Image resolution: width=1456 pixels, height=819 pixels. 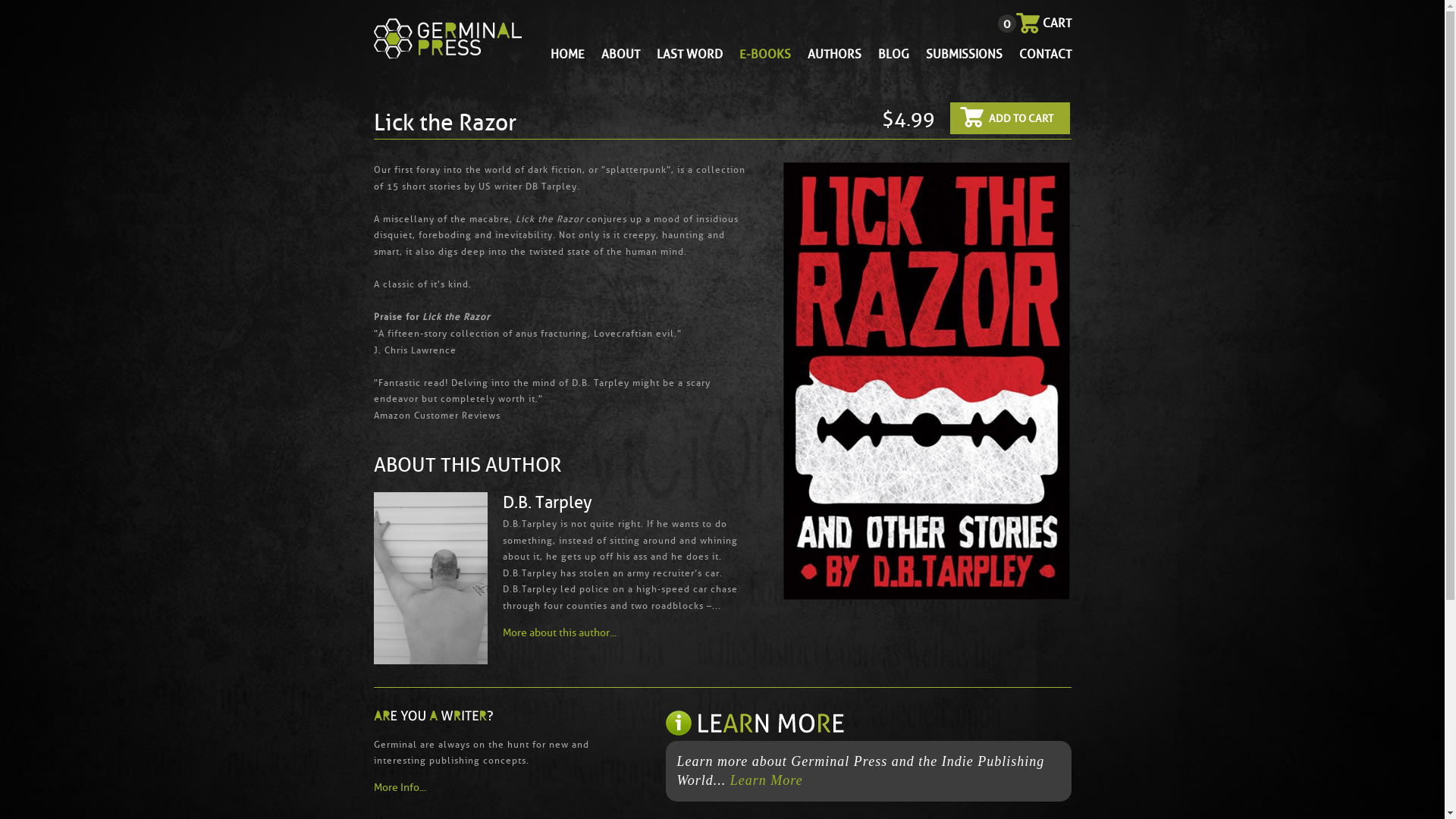 What do you see at coordinates (566, 53) in the screenshot?
I see `'HOME'` at bounding box center [566, 53].